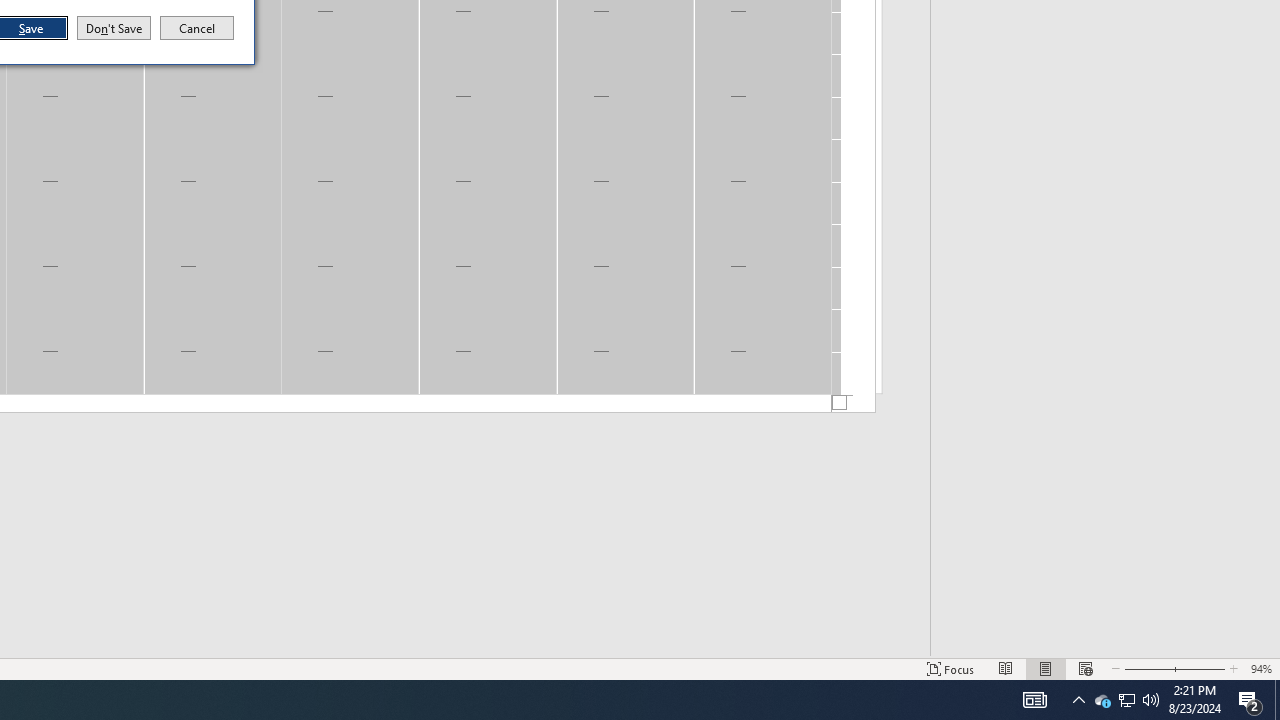 This screenshot has height=720, width=1280. Describe the element at coordinates (1006, 669) in the screenshot. I see `'Print Layout'` at that location.